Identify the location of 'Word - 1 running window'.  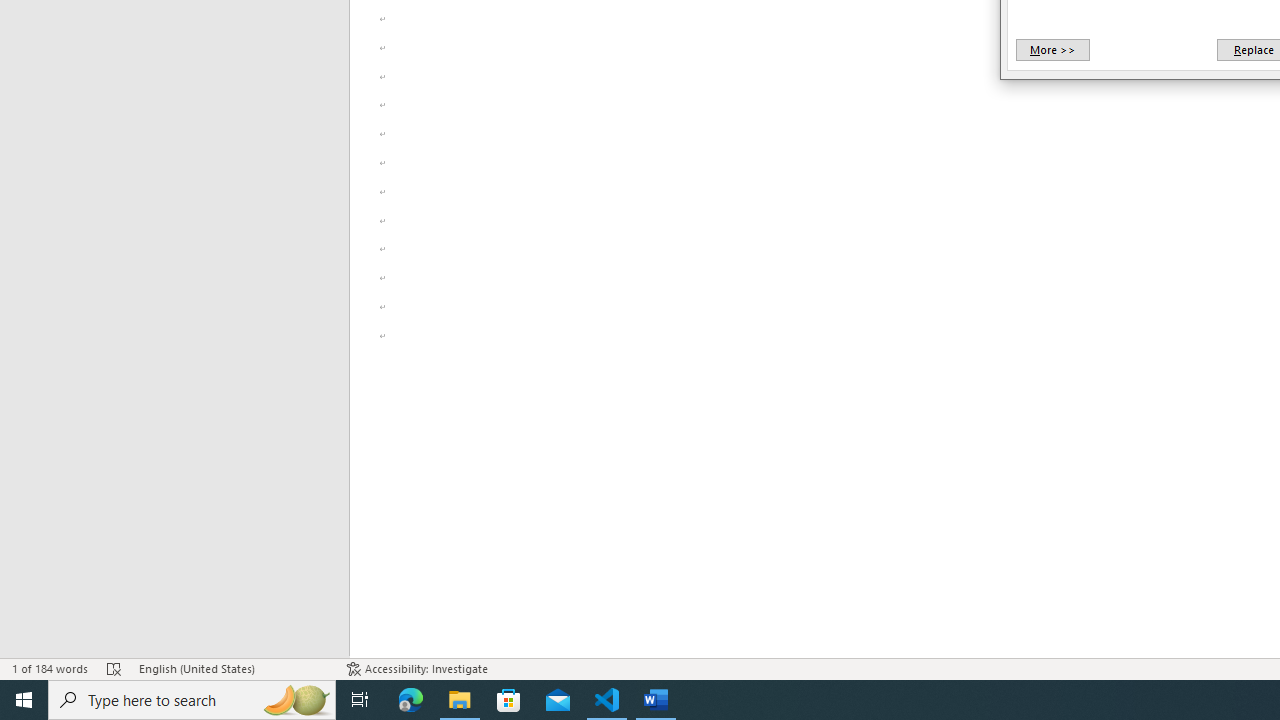
(656, 698).